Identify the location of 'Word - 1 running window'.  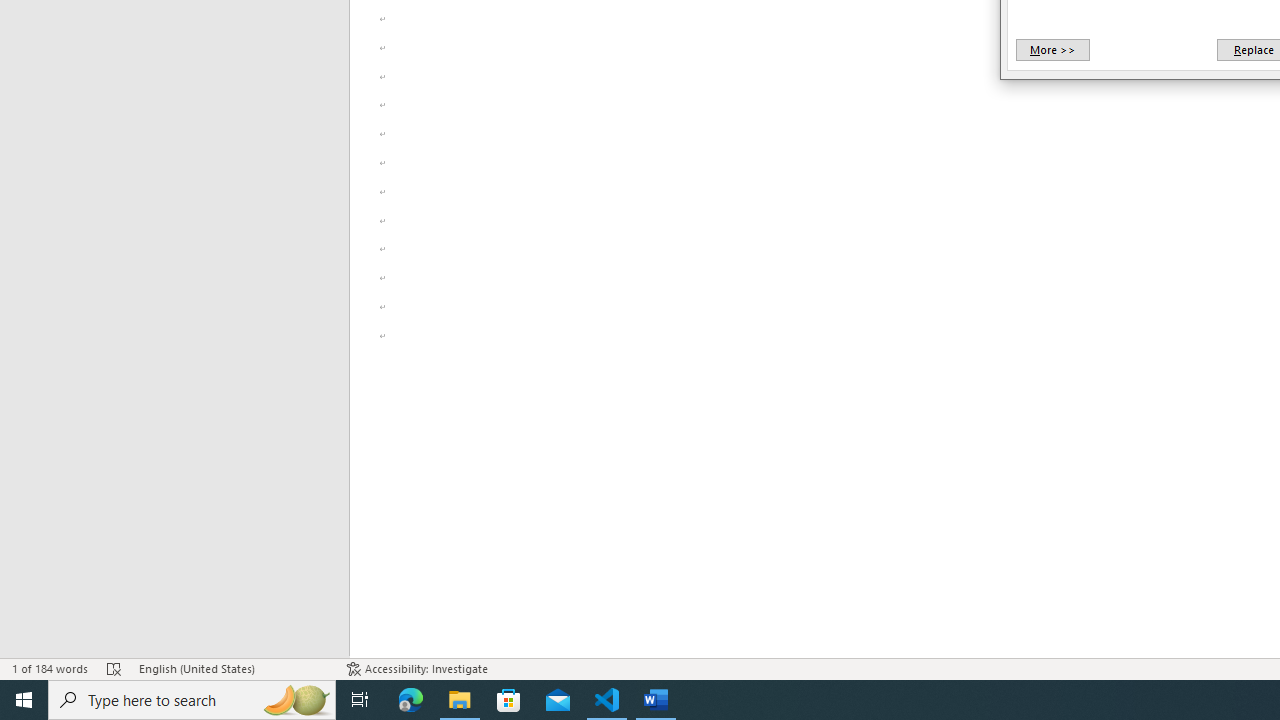
(656, 698).